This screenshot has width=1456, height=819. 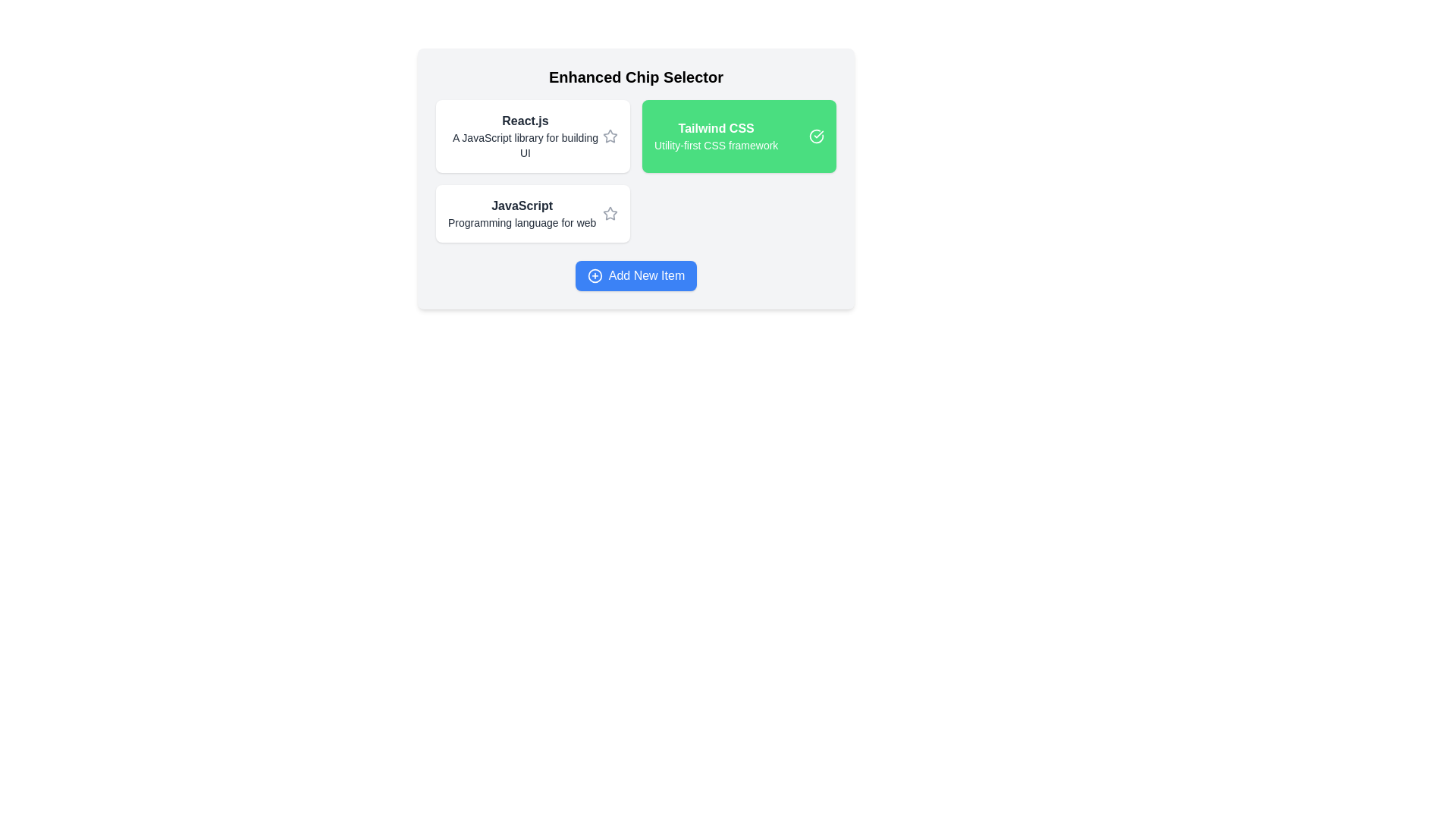 I want to click on the text label displaying 'Programming language for web', which is styled in a subdued manner and located directly below the 'JavaScript' title, so click(x=522, y=222).